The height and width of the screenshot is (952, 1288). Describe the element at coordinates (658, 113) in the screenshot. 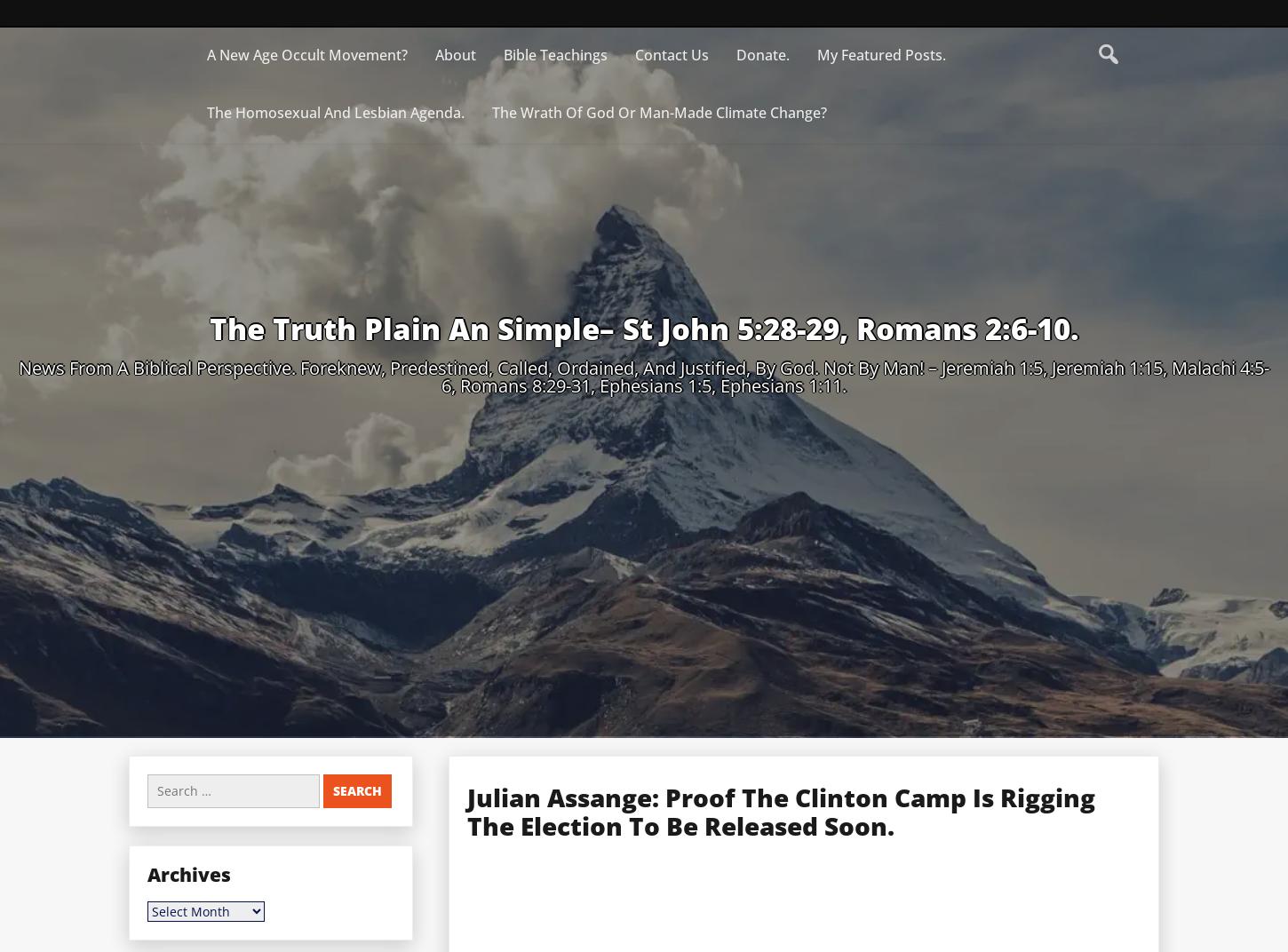

I see `'The Wrath Of God Or Man-Made Climate Change?'` at that location.